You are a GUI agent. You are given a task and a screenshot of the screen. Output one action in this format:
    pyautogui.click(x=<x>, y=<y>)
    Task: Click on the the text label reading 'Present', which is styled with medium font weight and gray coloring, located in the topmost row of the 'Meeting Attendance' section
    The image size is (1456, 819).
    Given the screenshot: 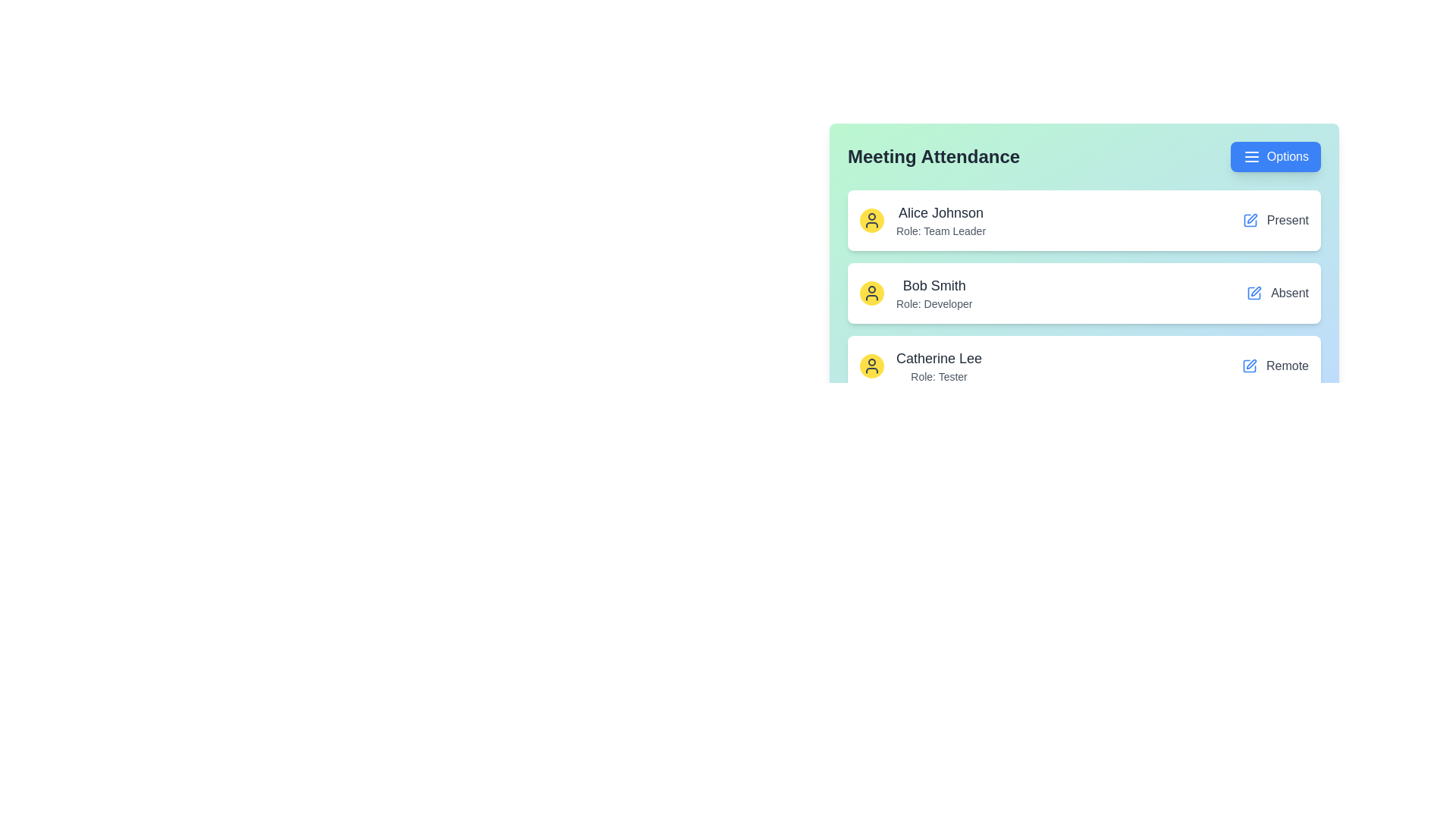 What is the action you would take?
    pyautogui.click(x=1287, y=220)
    